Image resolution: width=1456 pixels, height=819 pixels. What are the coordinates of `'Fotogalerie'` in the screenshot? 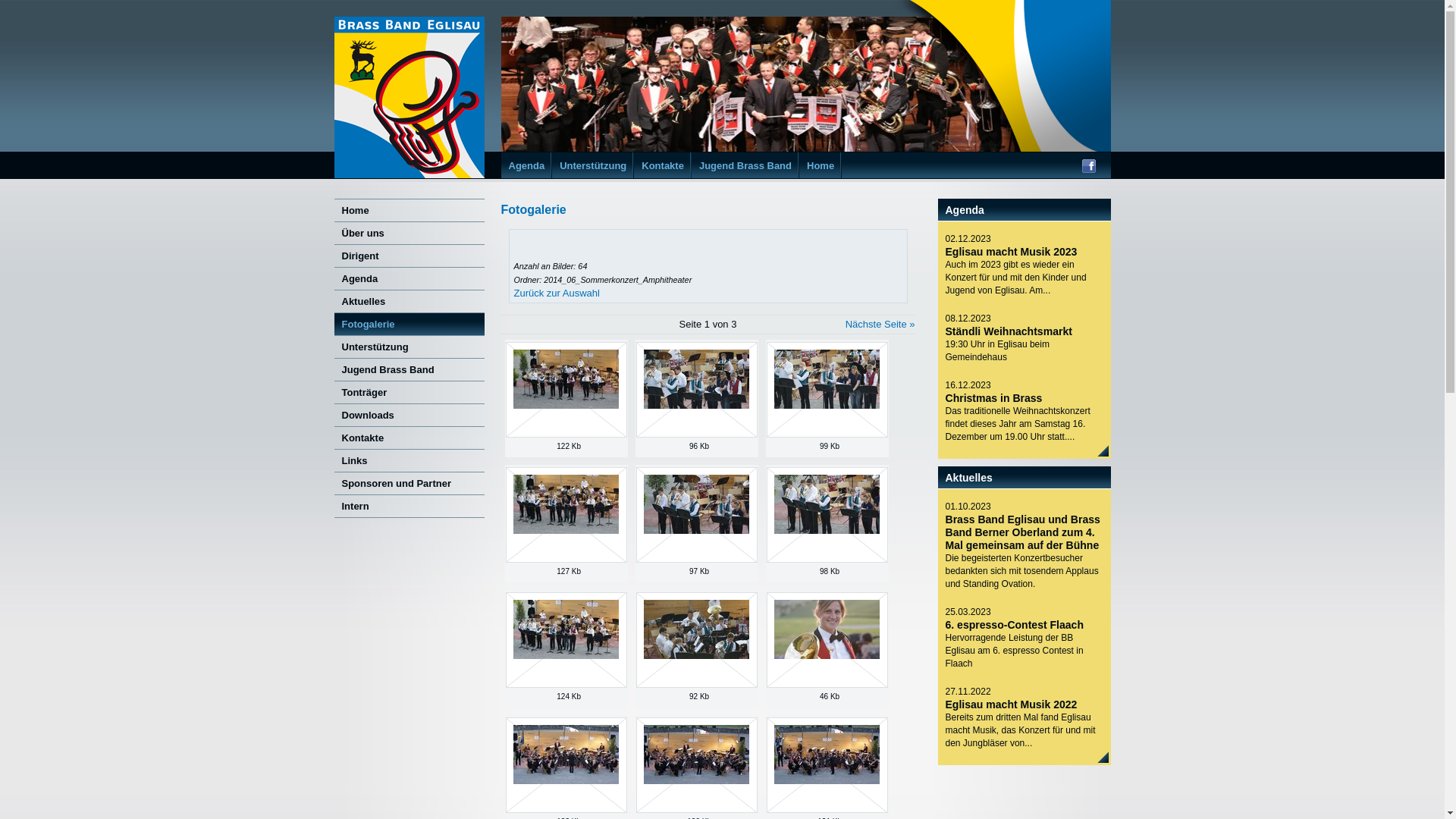 It's located at (408, 323).